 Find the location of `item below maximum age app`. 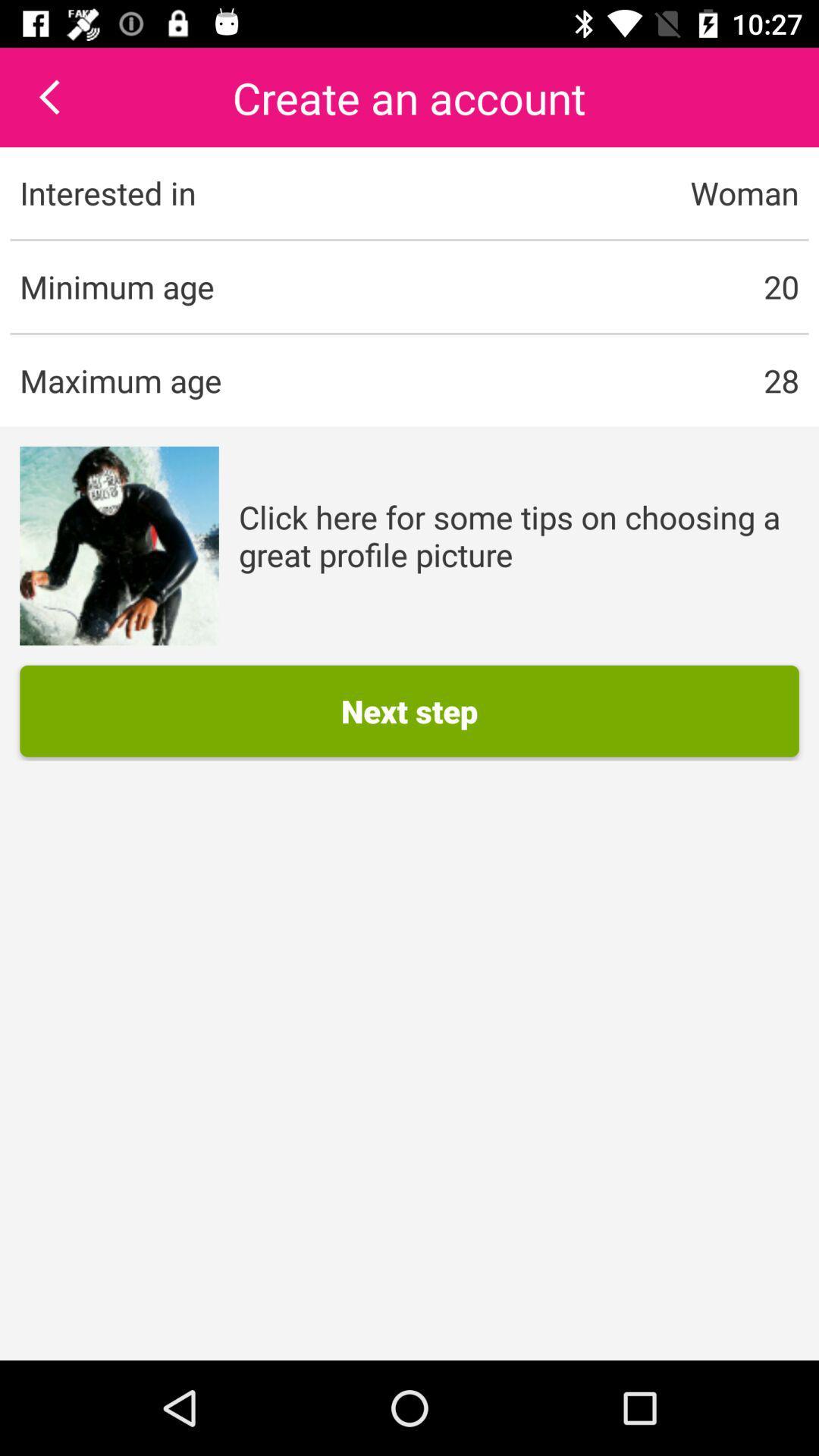

item below maximum age app is located at coordinates (118, 546).